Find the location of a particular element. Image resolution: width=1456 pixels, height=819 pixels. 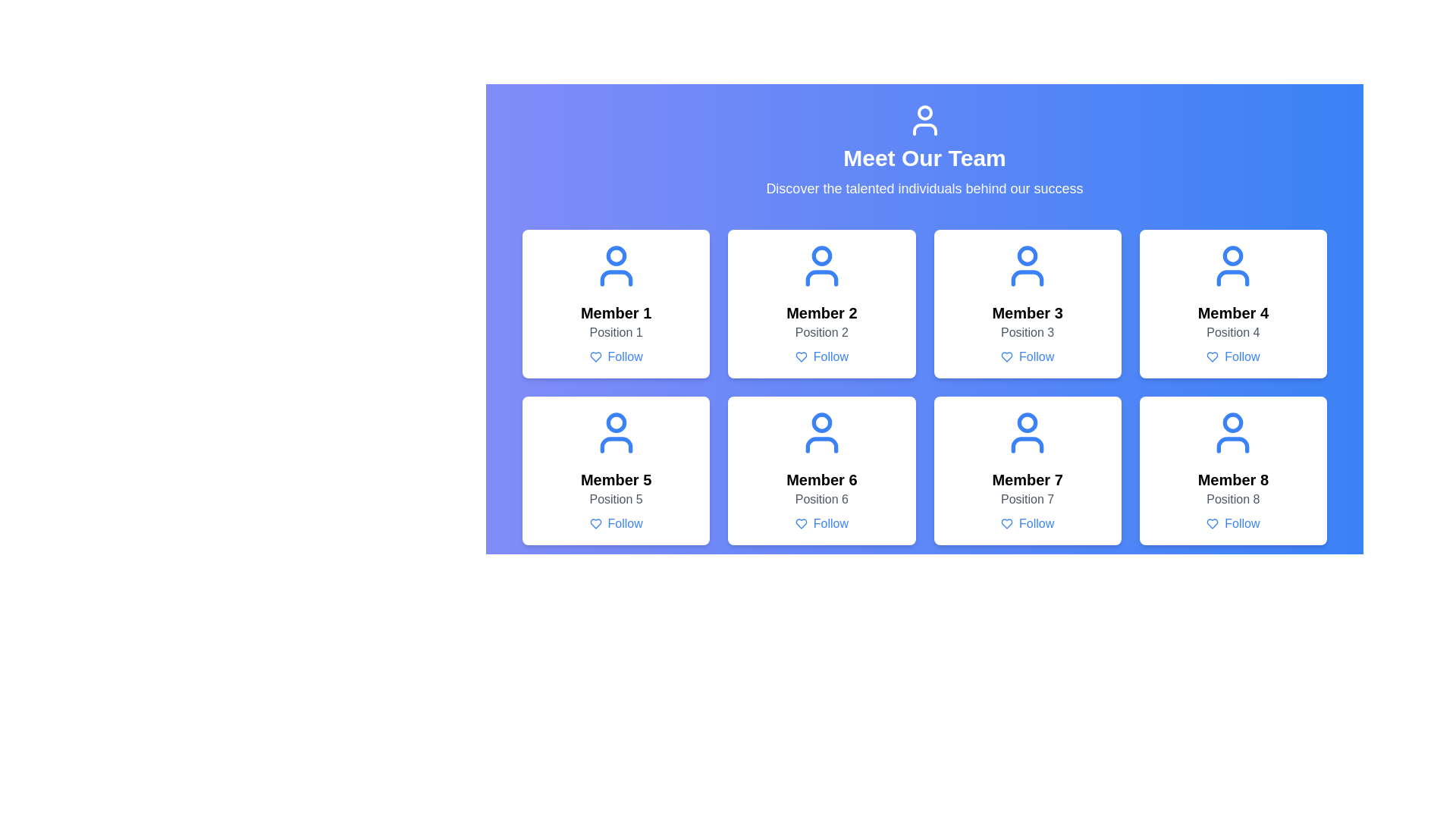

the heart icon located in the 'Follow' button associated with 'Member 7' is located at coordinates (1007, 522).